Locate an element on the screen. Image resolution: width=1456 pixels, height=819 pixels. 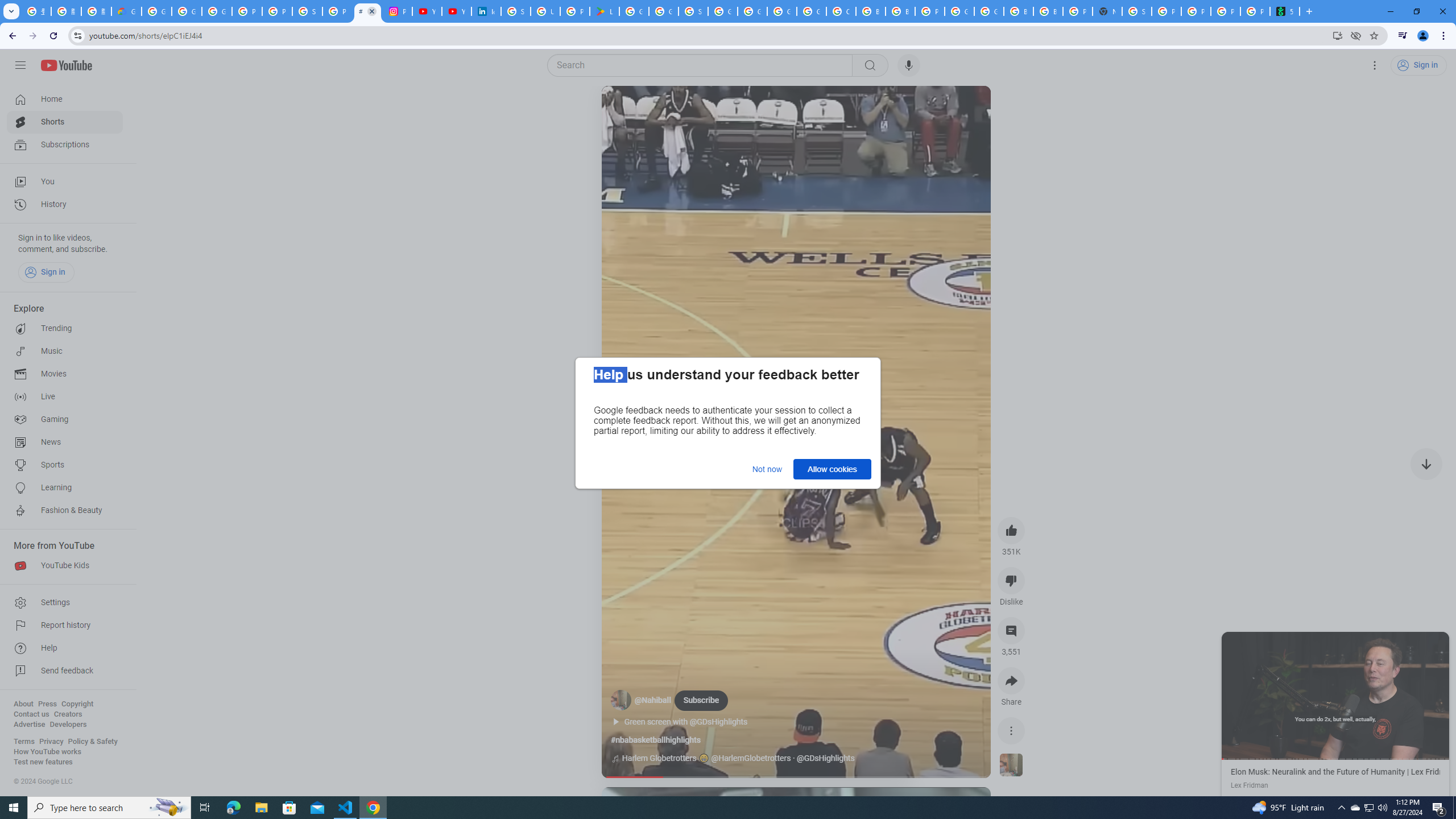
'Search with your voice' is located at coordinates (908, 65).